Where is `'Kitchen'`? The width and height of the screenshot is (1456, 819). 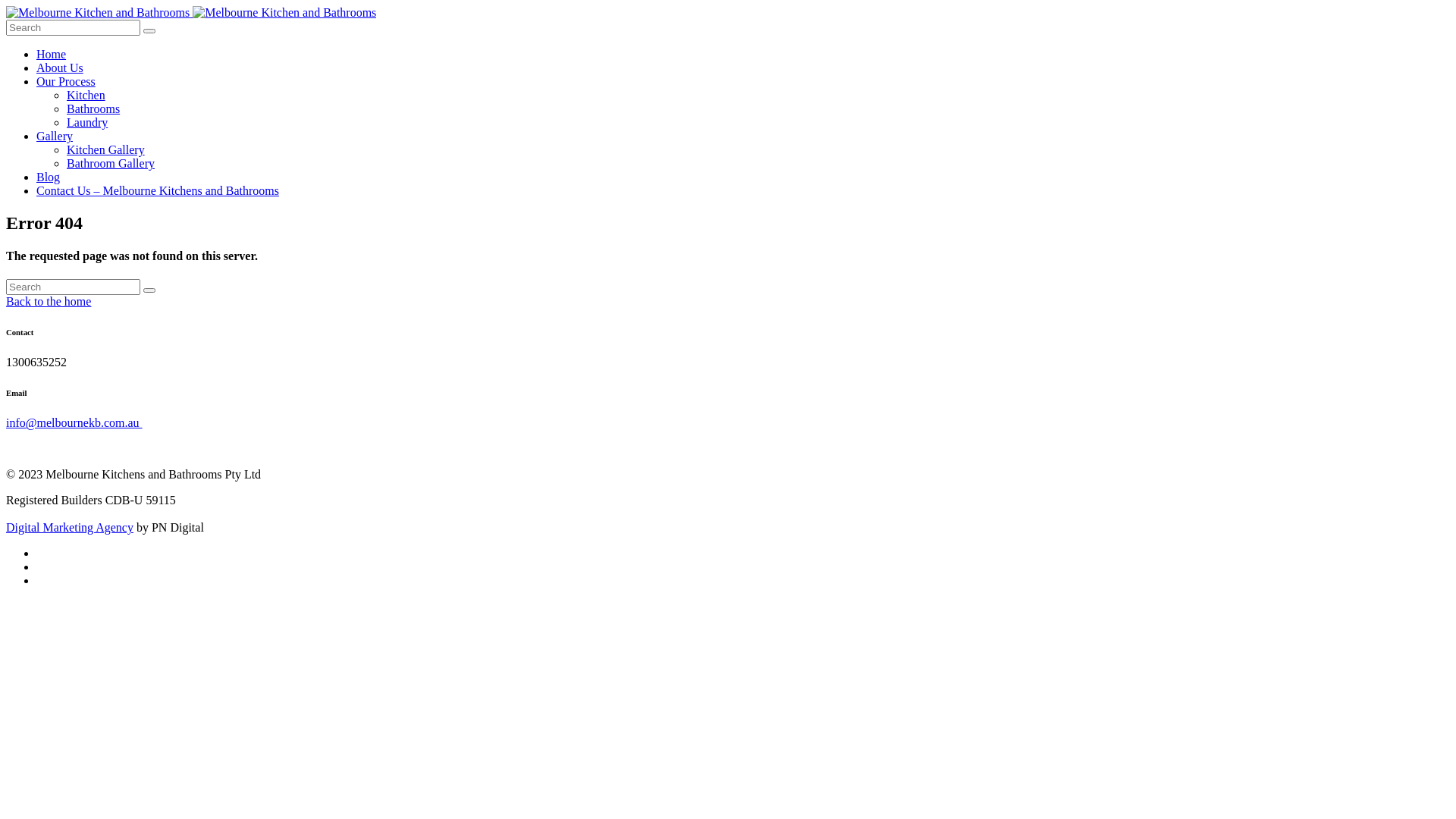
'Kitchen' is located at coordinates (65, 95).